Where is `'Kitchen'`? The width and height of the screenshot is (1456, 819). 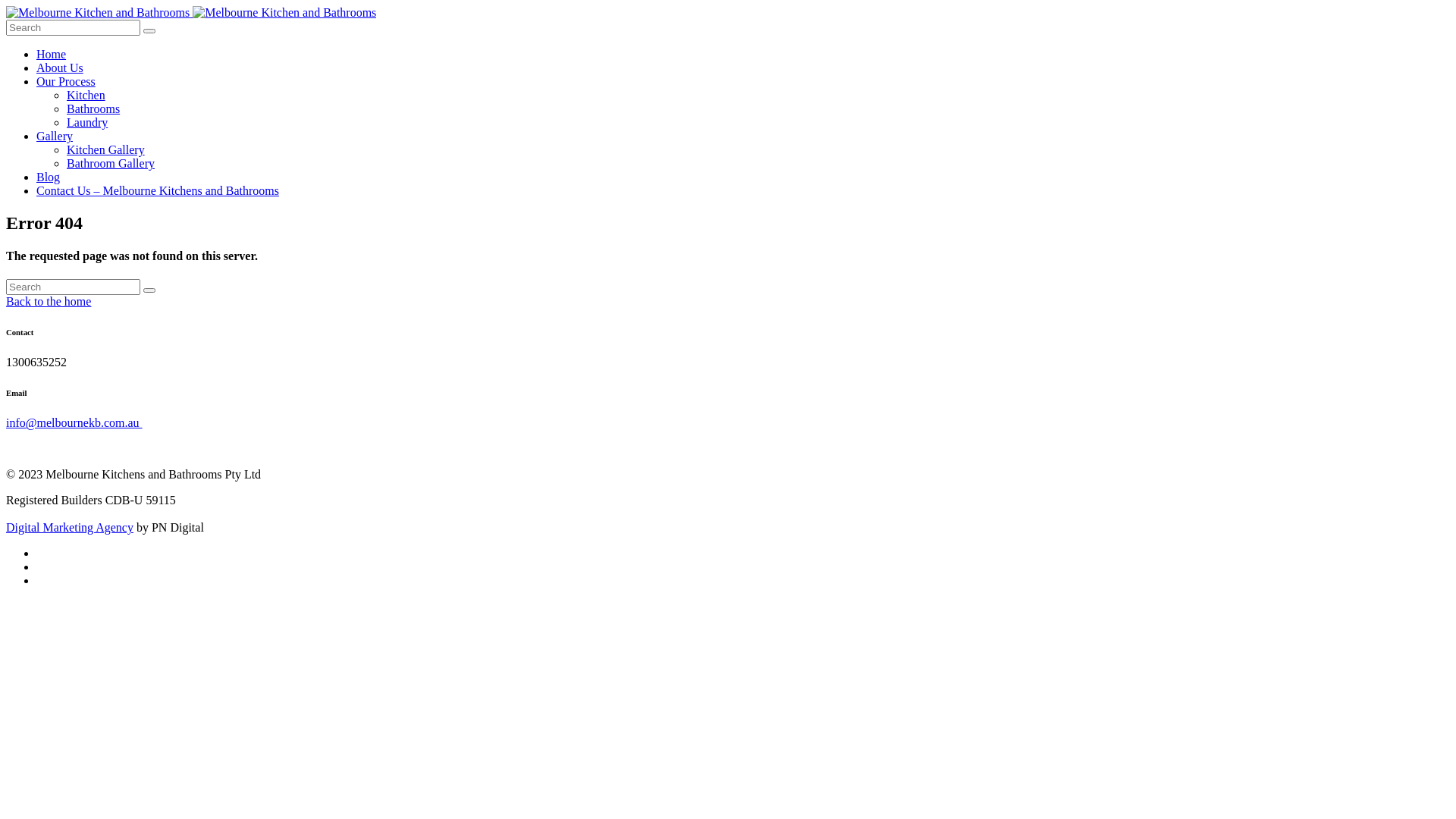
'Kitchen' is located at coordinates (65, 95).